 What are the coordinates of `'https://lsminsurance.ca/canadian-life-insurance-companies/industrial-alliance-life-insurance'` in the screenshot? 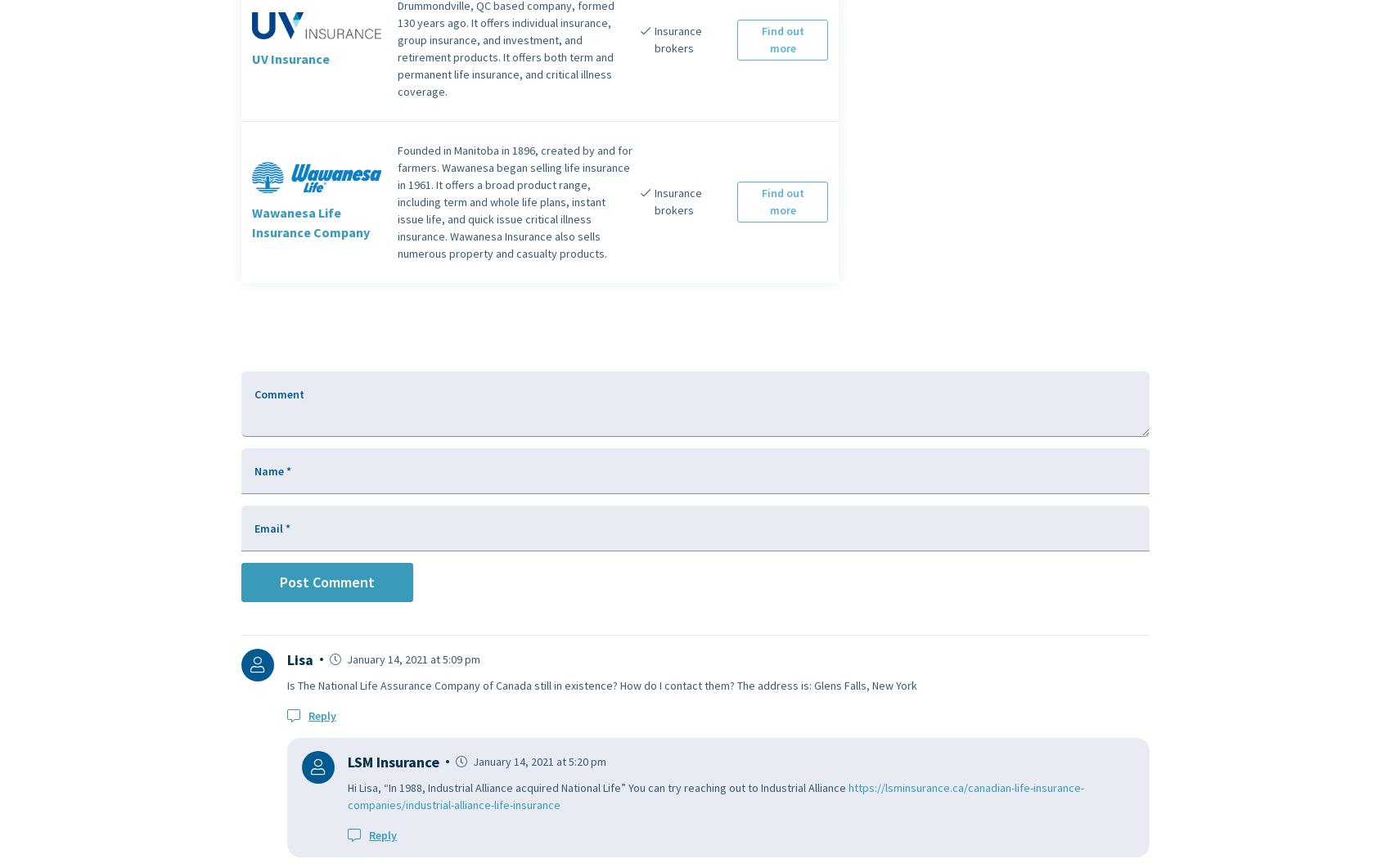 It's located at (715, 794).